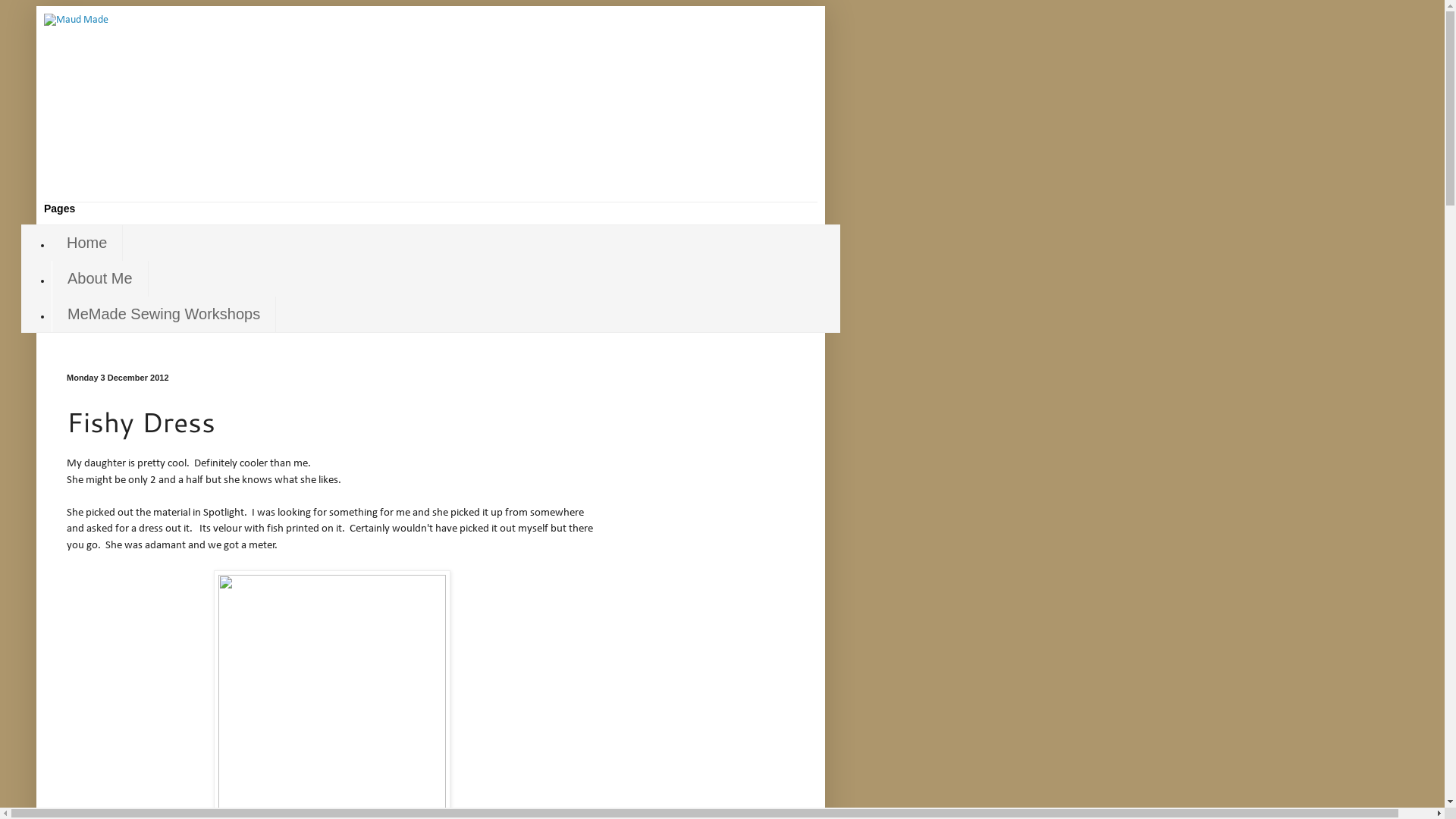  What do you see at coordinates (99, 278) in the screenshot?
I see `'About Me'` at bounding box center [99, 278].